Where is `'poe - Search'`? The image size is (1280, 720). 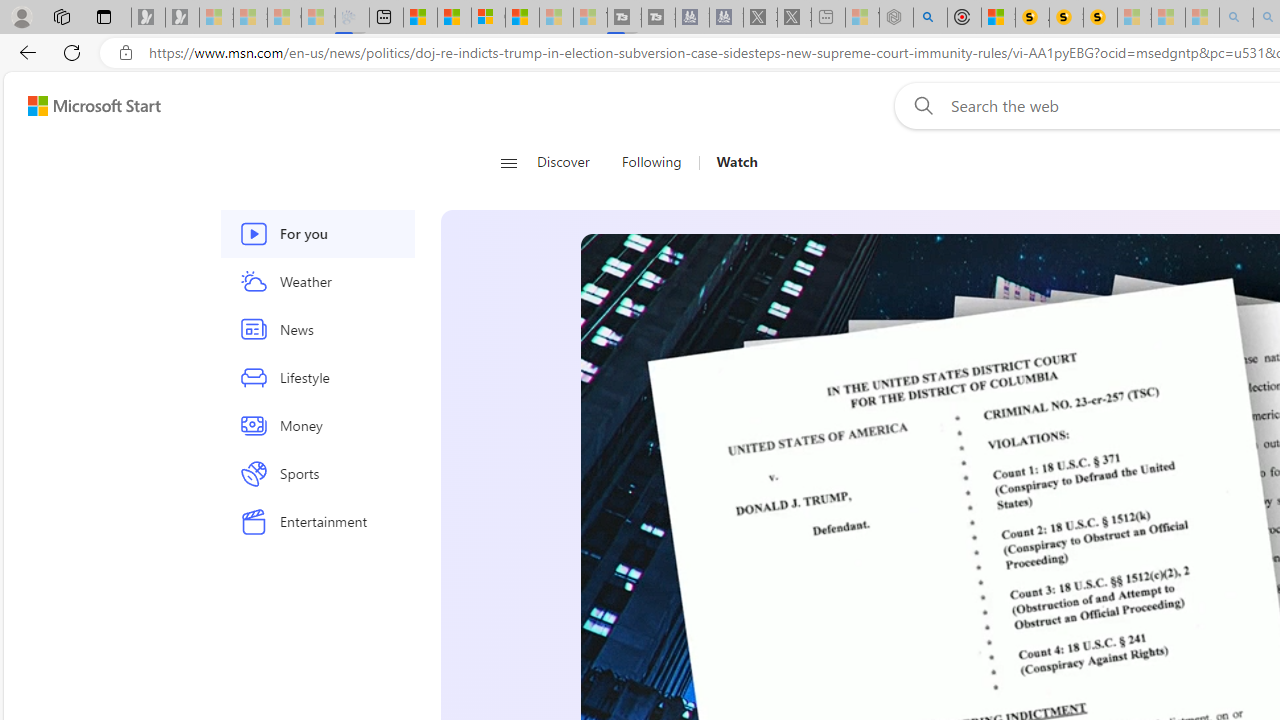 'poe - Search' is located at coordinates (929, 17).